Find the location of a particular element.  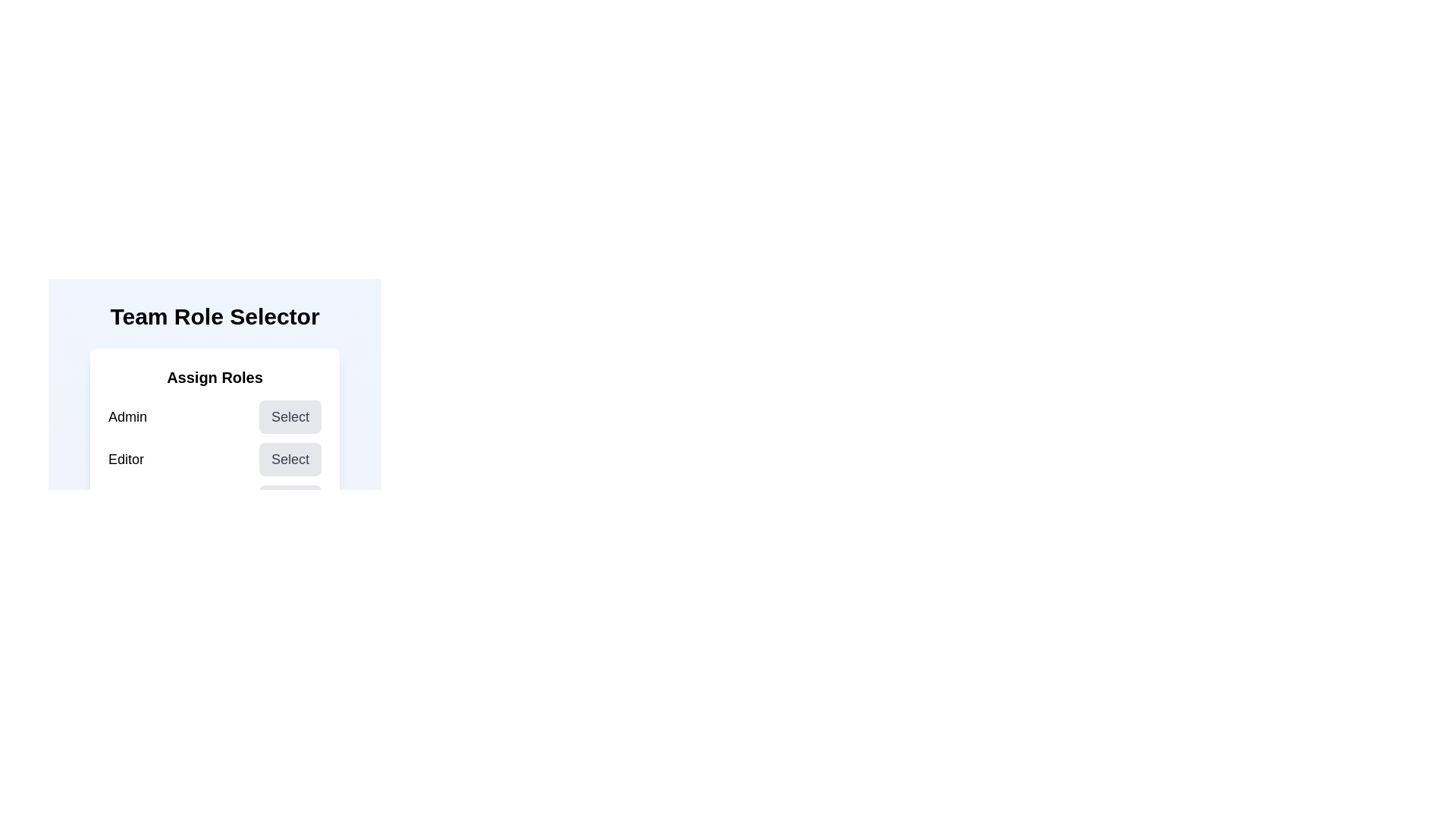

'Select' button next to the role Admin is located at coordinates (290, 417).